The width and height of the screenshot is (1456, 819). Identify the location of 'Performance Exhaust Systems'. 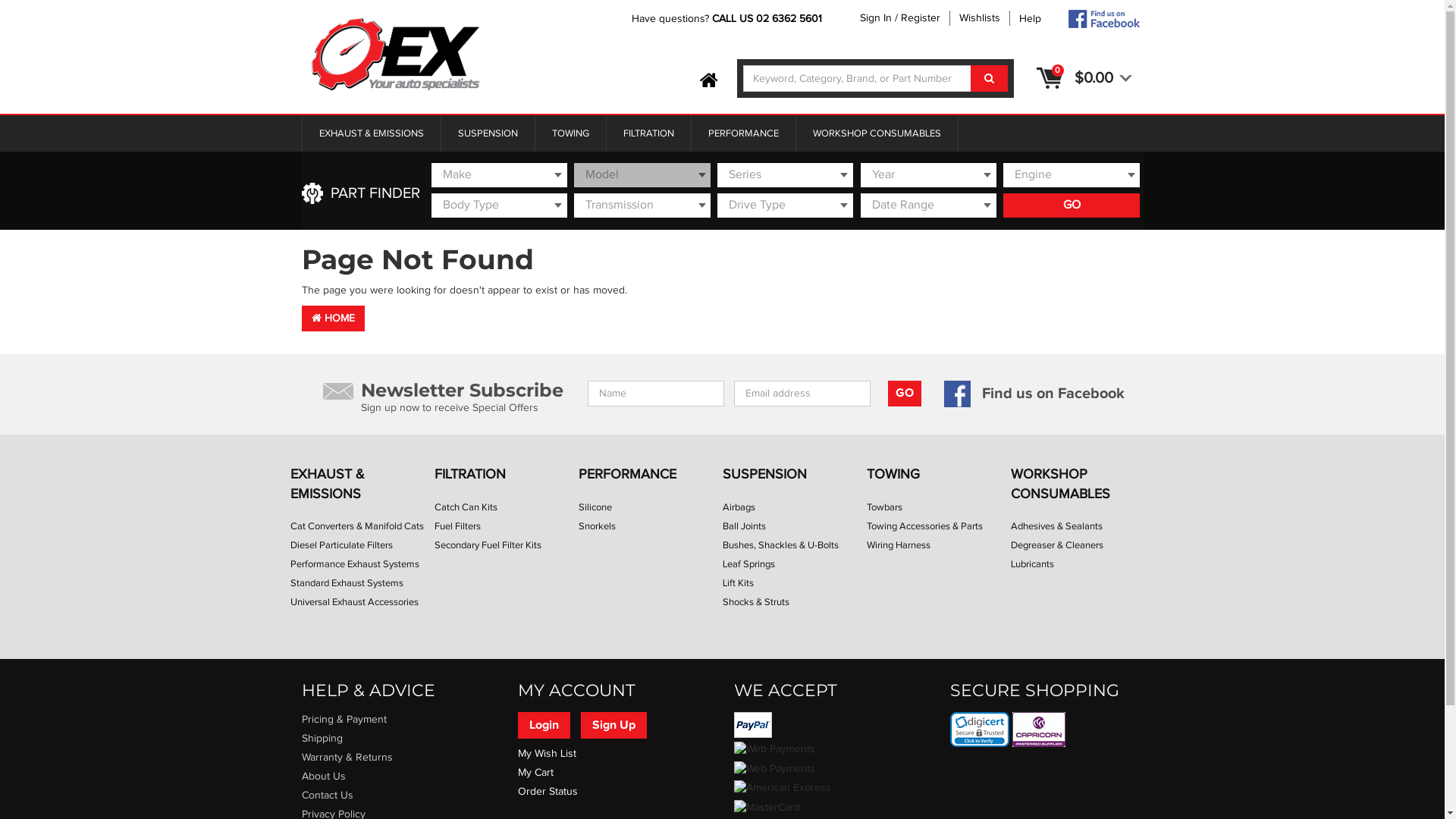
(353, 564).